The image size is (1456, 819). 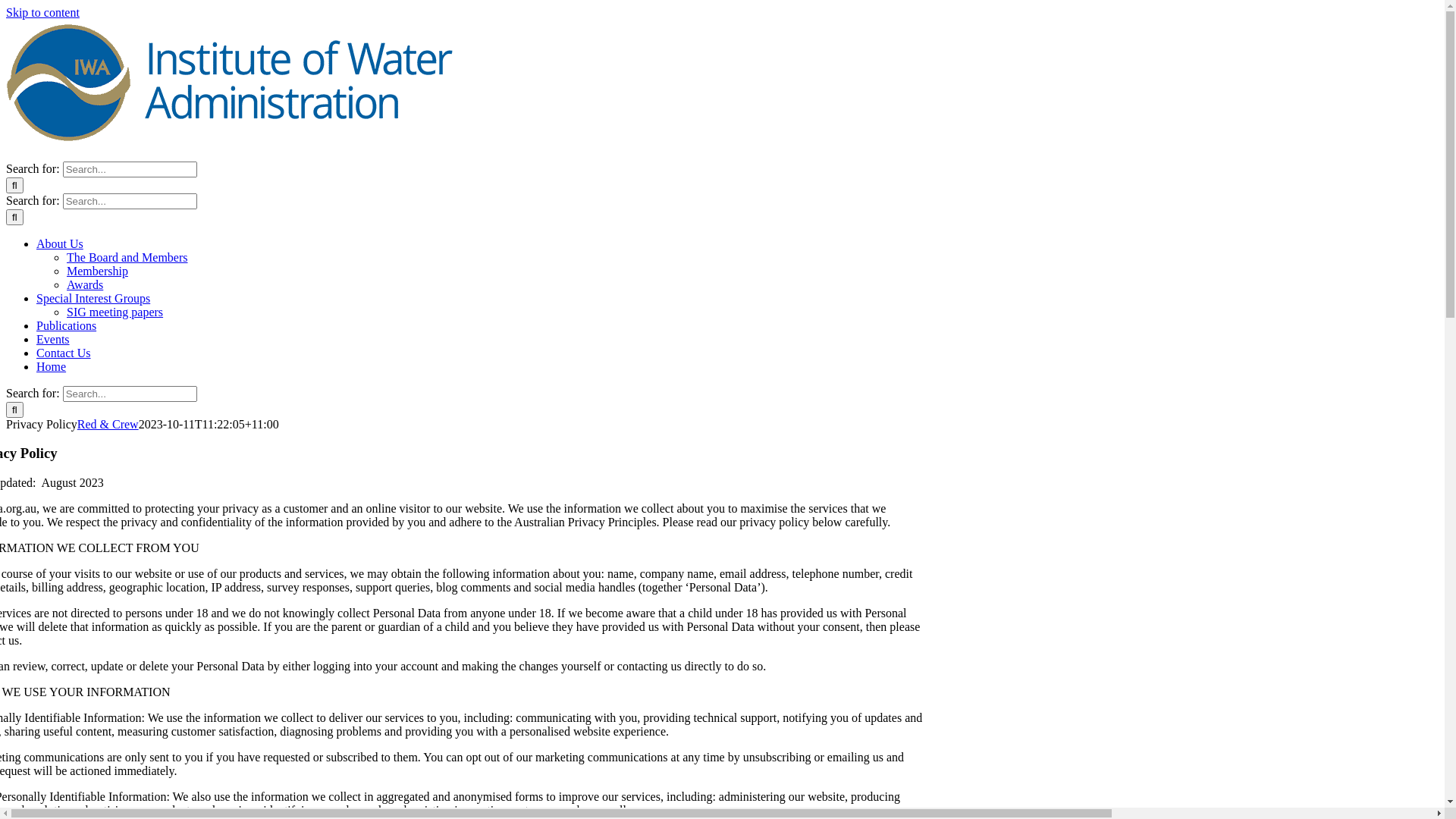 What do you see at coordinates (36, 366) in the screenshot?
I see `'Home'` at bounding box center [36, 366].